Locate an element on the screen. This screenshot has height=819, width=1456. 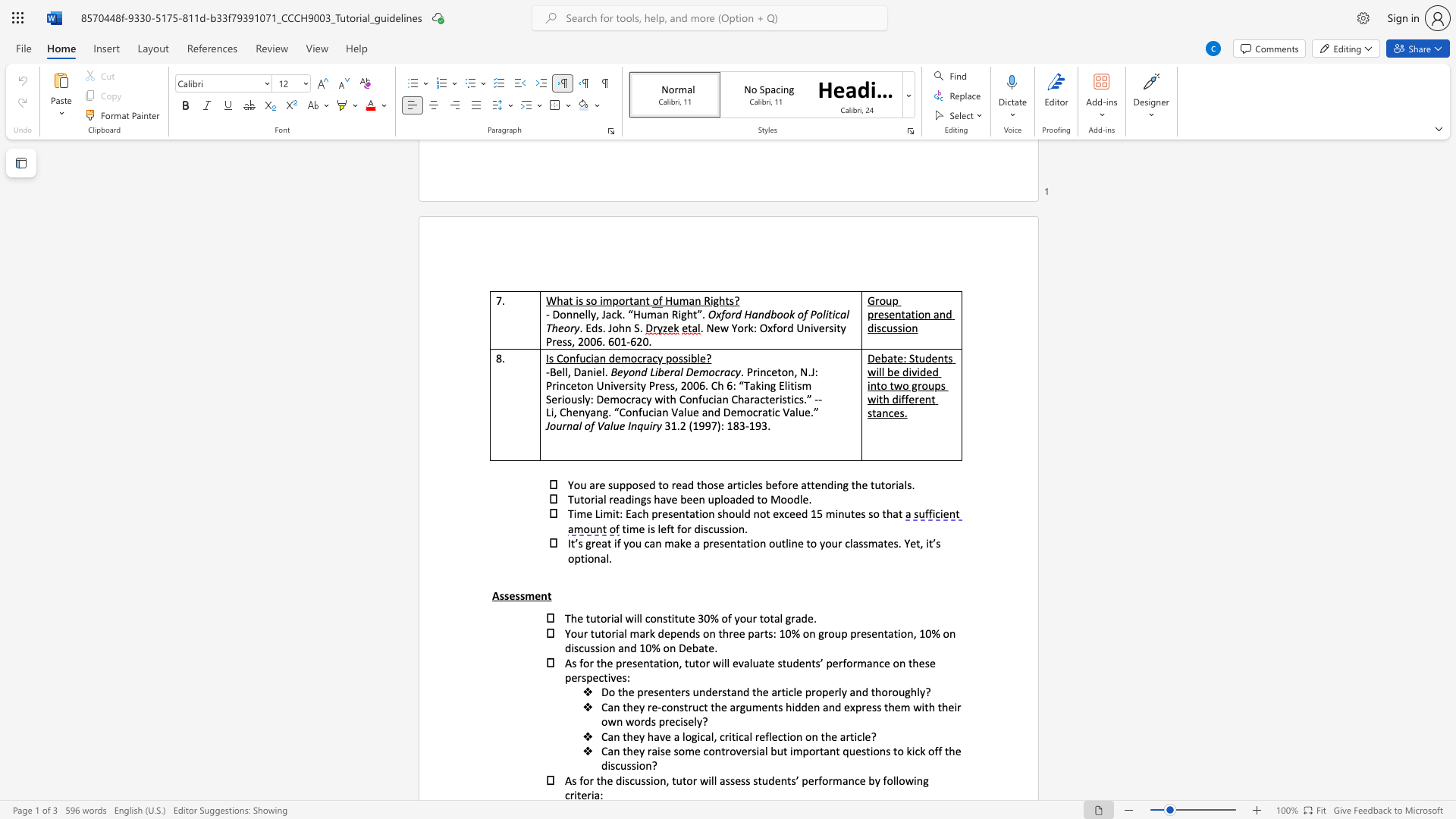
the subset text "Tutorial readings have been uplo" within the text "Tutorial readings have been uploaded to Moodle." is located at coordinates (566, 499).